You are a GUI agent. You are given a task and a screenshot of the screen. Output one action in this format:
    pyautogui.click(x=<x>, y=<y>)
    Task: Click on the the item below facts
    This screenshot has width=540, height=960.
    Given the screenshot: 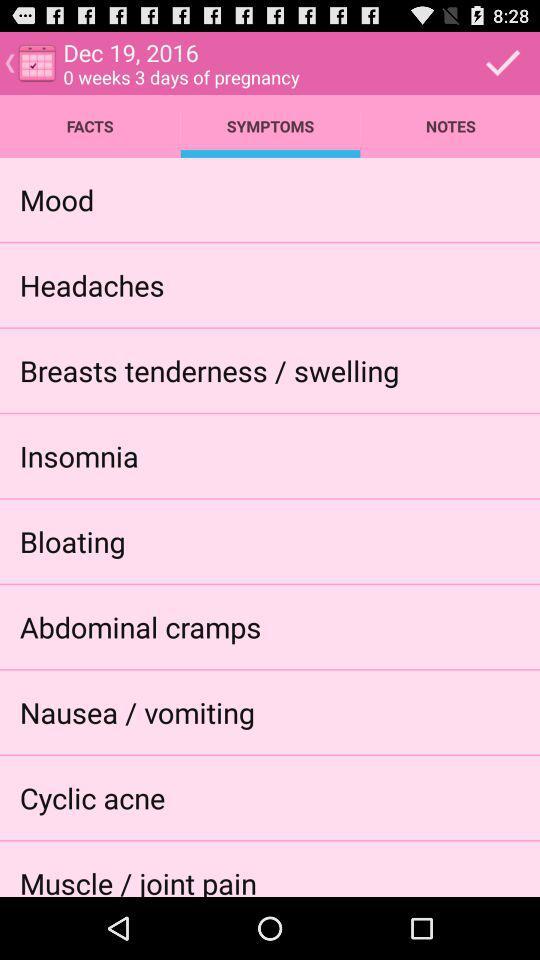 What is the action you would take?
    pyautogui.click(x=57, y=199)
    